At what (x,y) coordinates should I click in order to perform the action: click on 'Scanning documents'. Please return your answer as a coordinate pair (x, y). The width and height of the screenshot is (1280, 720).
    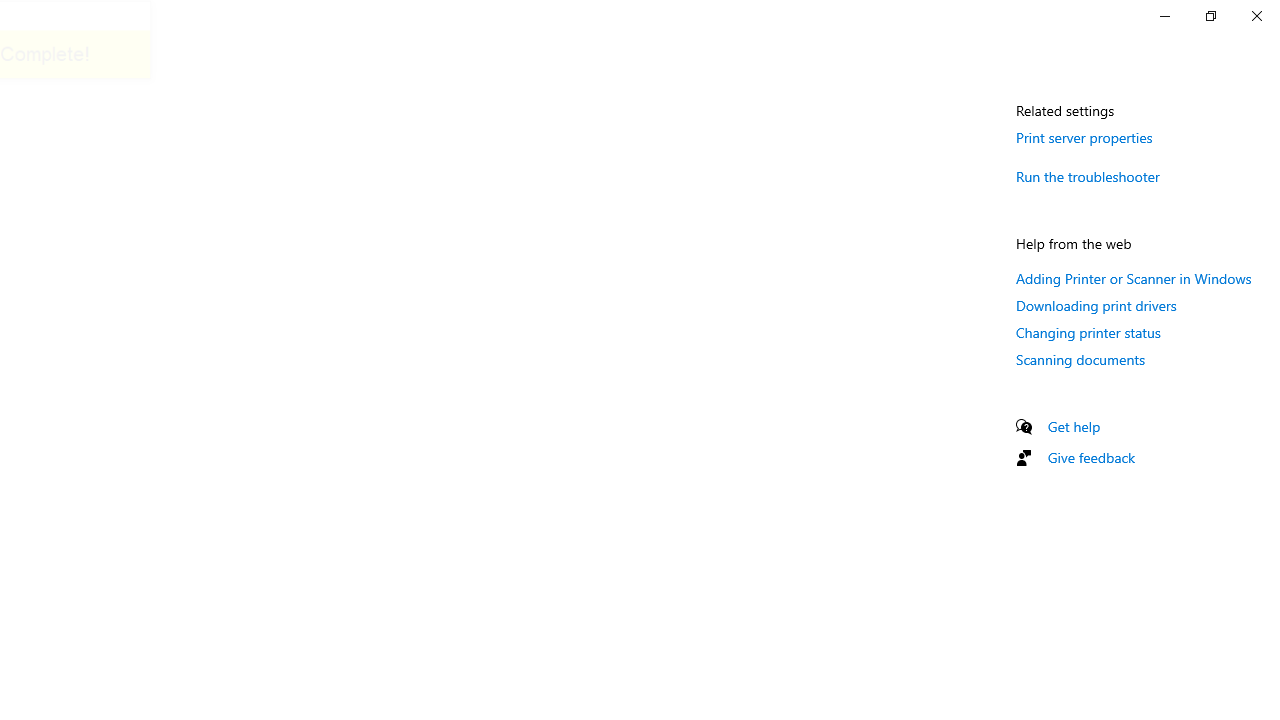
    Looking at the image, I should click on (1079, 358).